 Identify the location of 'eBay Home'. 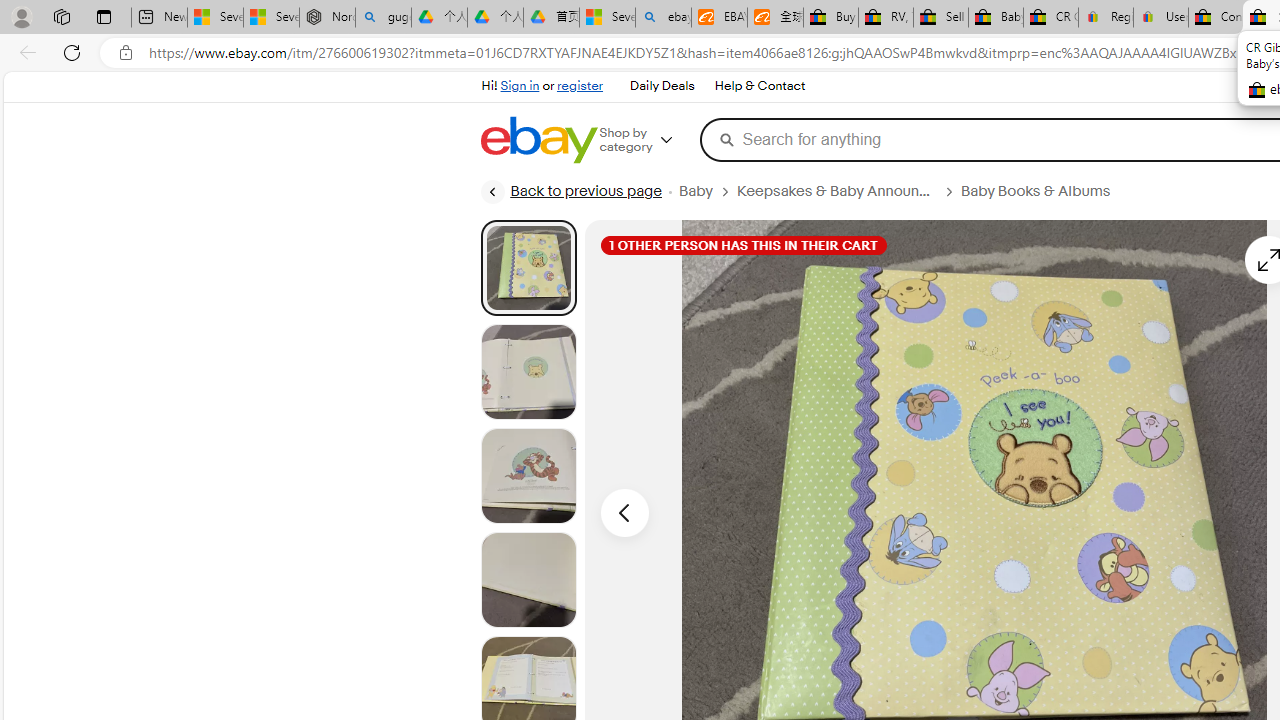
(538, 139).